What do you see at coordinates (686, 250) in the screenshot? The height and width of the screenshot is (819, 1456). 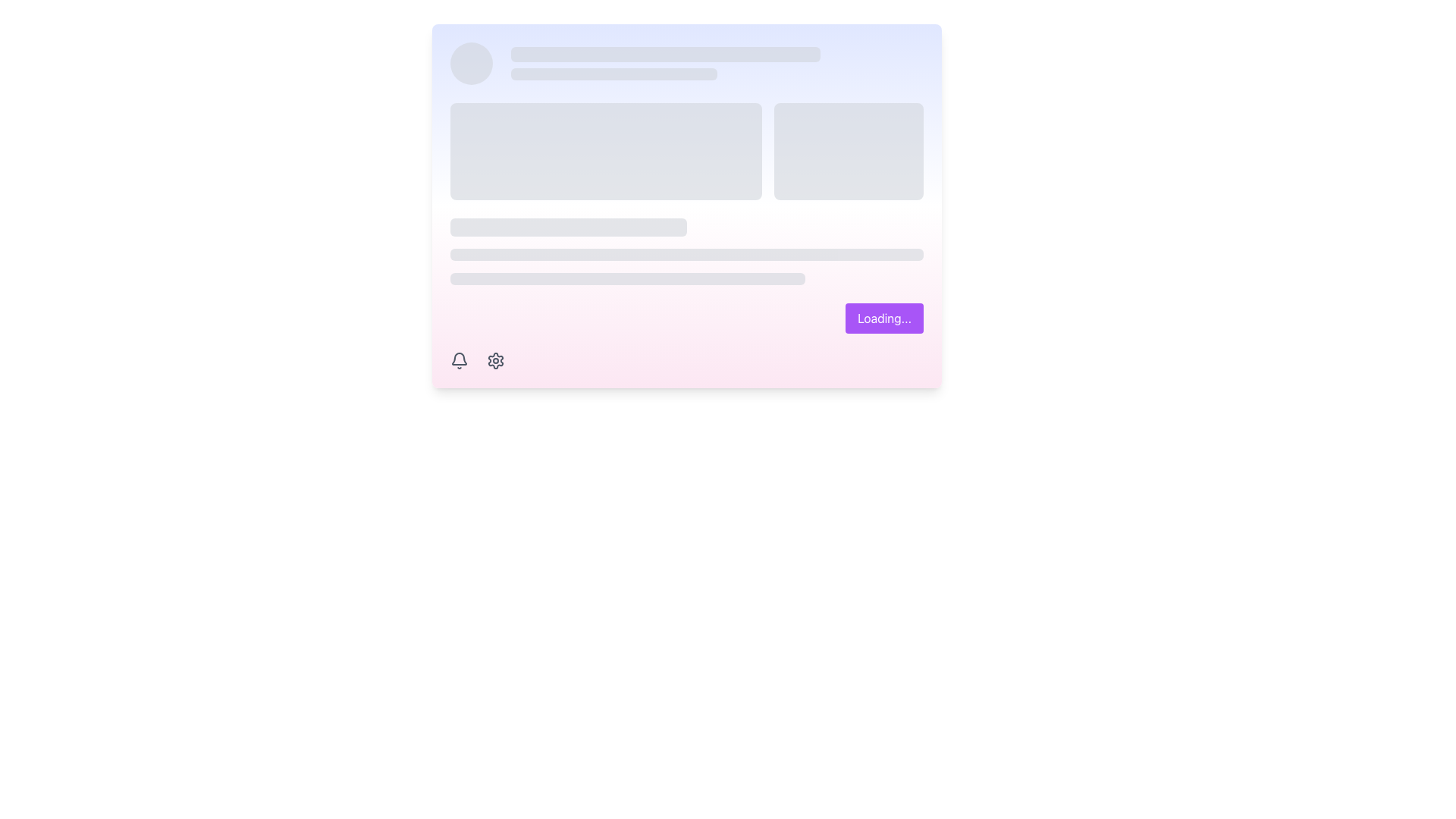 I see `the loading animation of the Loading placeholder indicator, which consists of three stacked placeholders located above the bottom row of buttons` at bounding box center [686, 250].